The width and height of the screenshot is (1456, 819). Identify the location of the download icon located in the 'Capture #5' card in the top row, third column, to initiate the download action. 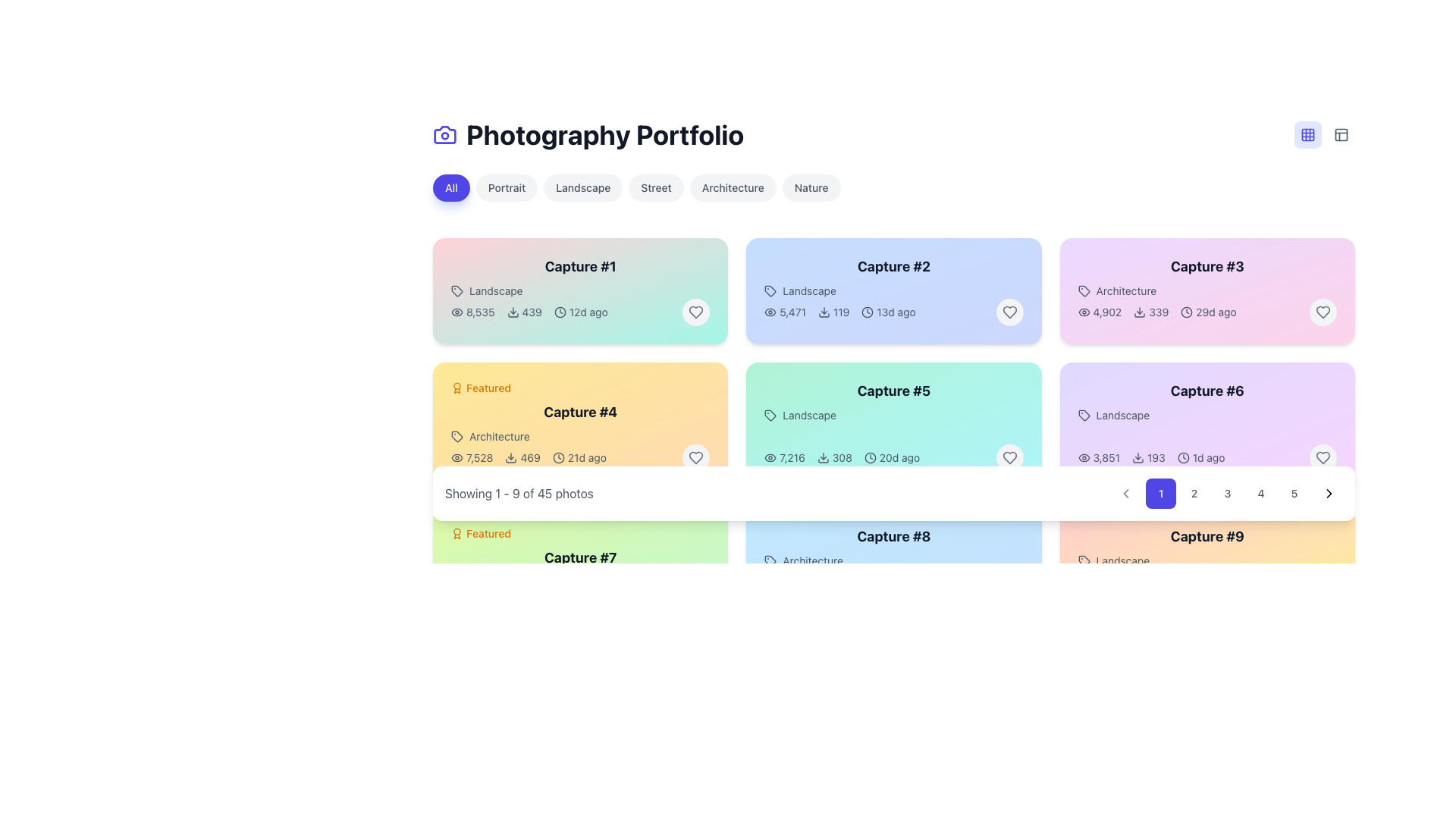
(822, 457).